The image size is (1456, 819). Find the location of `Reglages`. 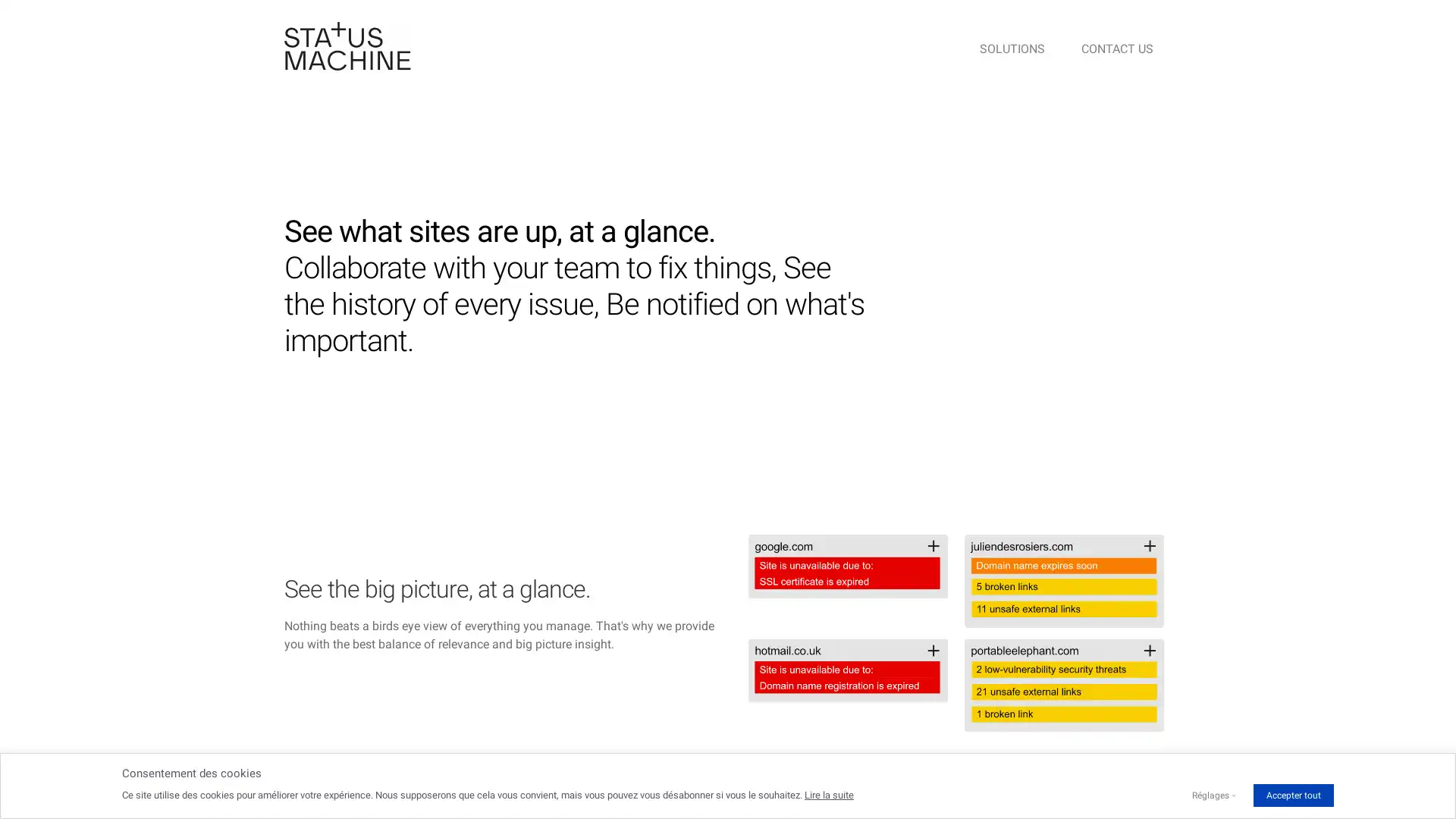

Reglages is located at coordinates (1210, 795).